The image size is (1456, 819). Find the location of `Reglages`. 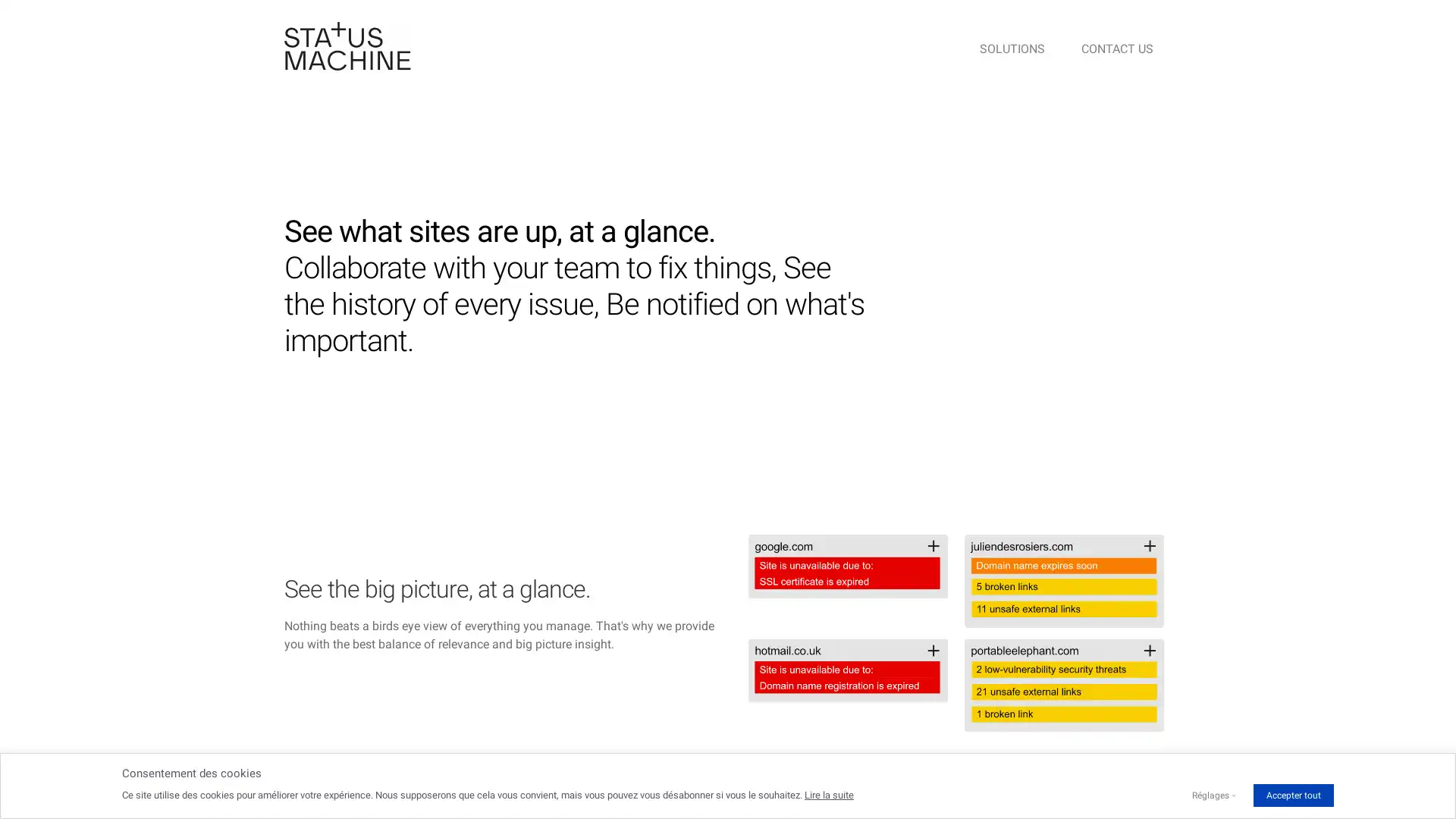

Reglages is located at coordinates (1210, 795).